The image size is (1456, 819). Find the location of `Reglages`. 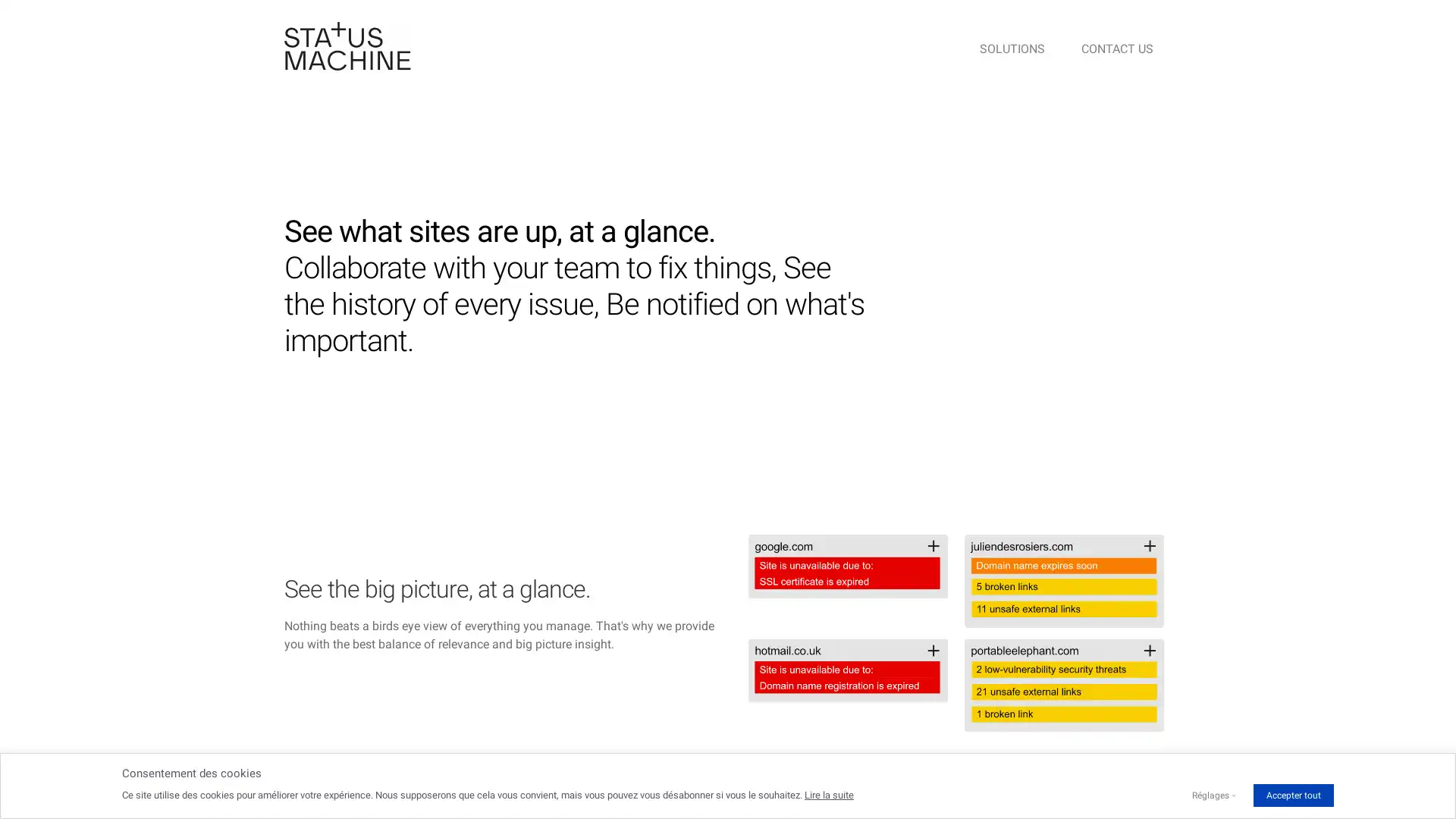

Reglages is located at coordinates (1210, 795).